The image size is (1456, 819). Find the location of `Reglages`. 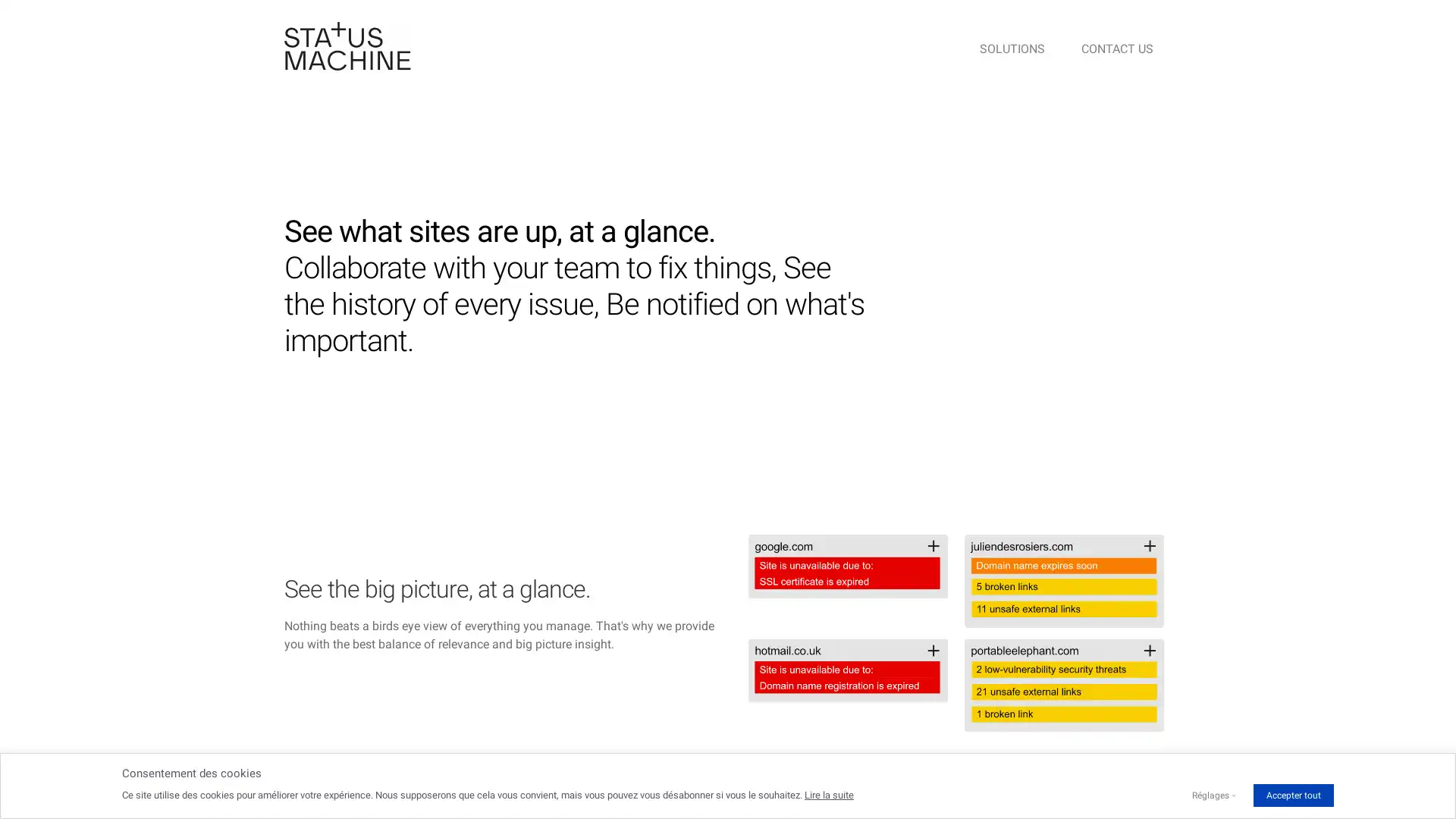

Reglages is located at coordinates (1210, 795).